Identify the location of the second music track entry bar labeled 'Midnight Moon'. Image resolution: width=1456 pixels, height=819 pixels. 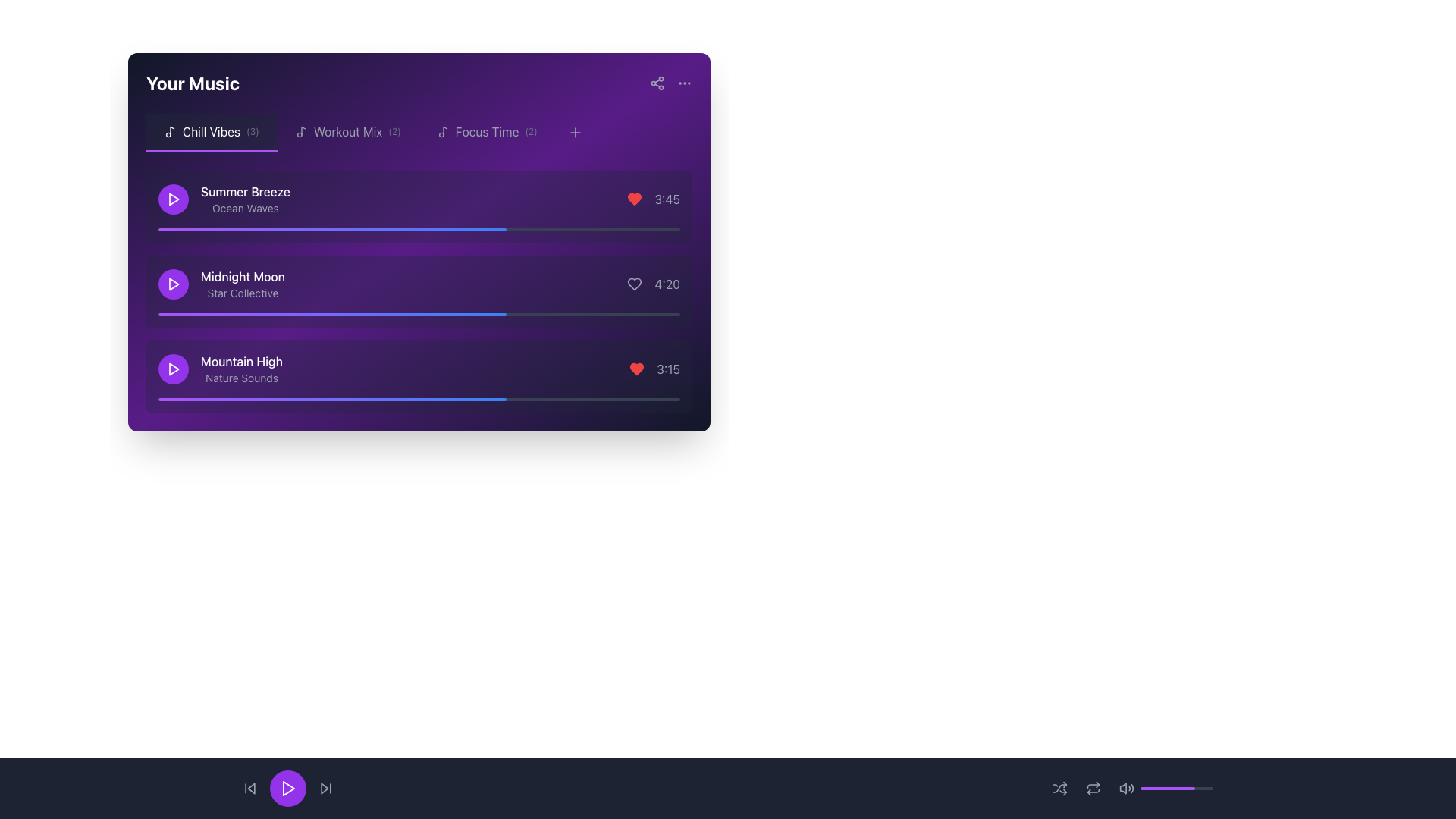
(419, 284).